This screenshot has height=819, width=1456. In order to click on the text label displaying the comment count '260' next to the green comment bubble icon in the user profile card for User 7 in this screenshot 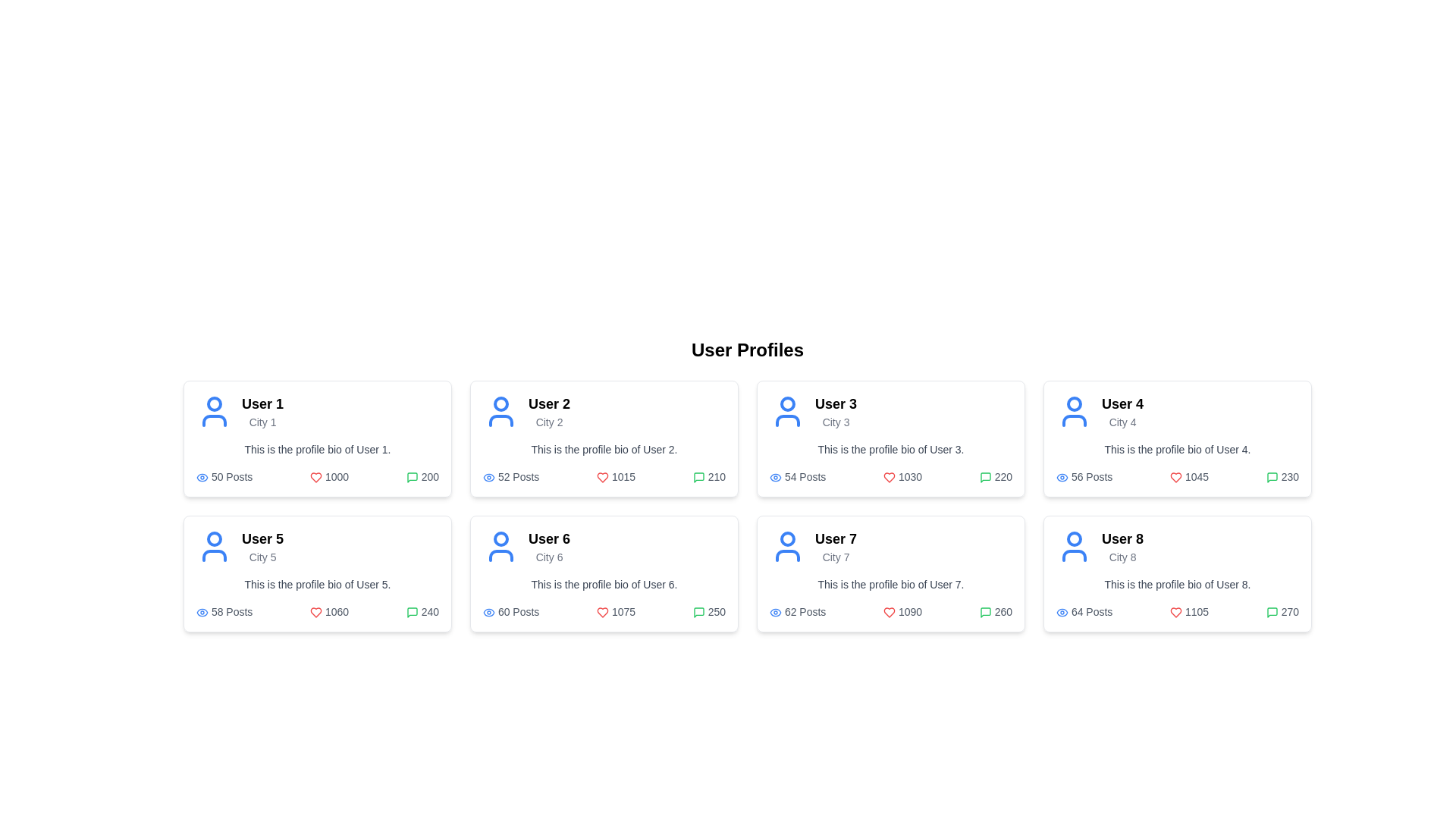, I will do `click(996, 610)`.